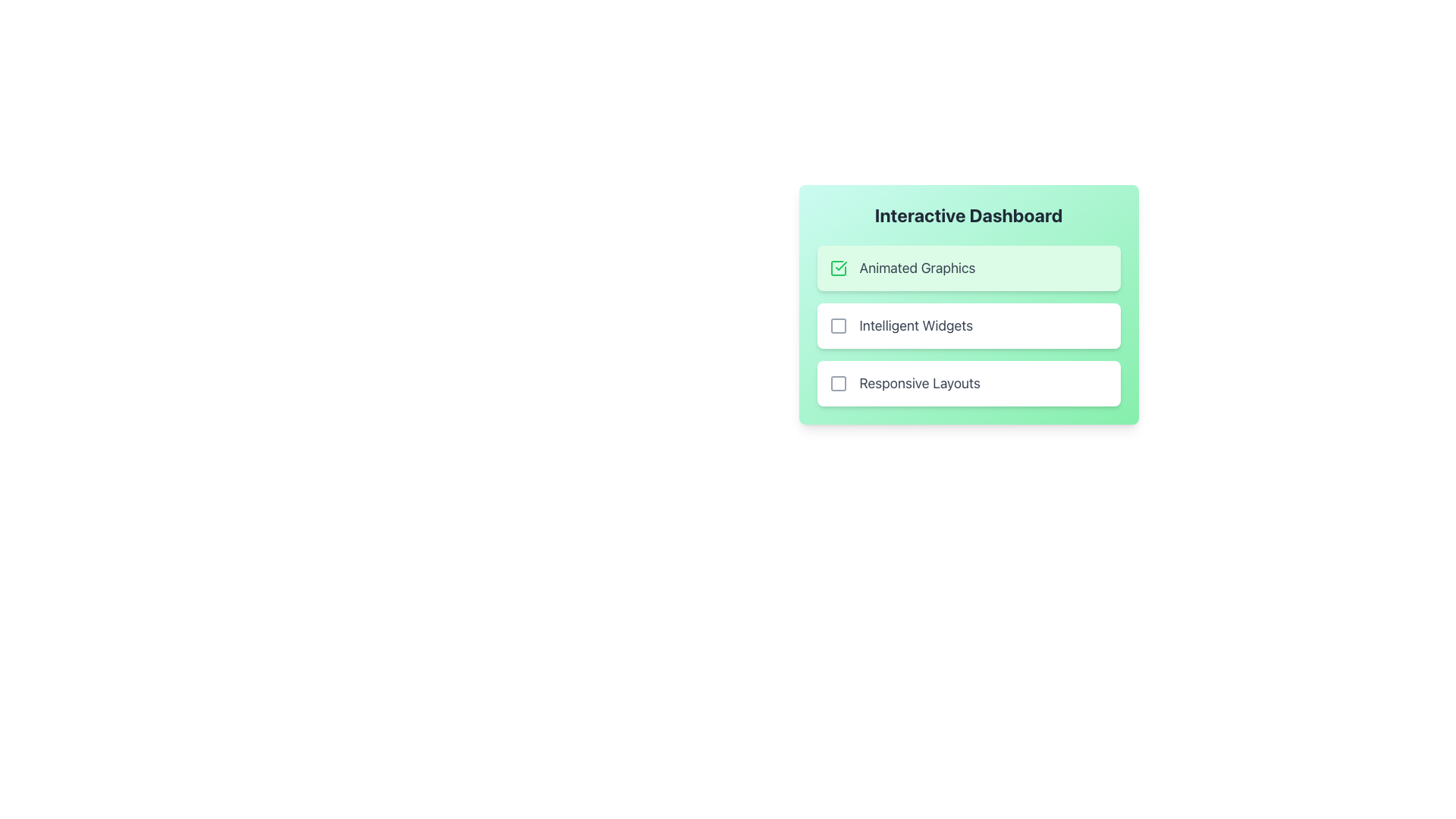 This screenshot has width=1456, height=819. I want to click on the checkbox labeled 'Intelligent Widgets', so click(968, 325).